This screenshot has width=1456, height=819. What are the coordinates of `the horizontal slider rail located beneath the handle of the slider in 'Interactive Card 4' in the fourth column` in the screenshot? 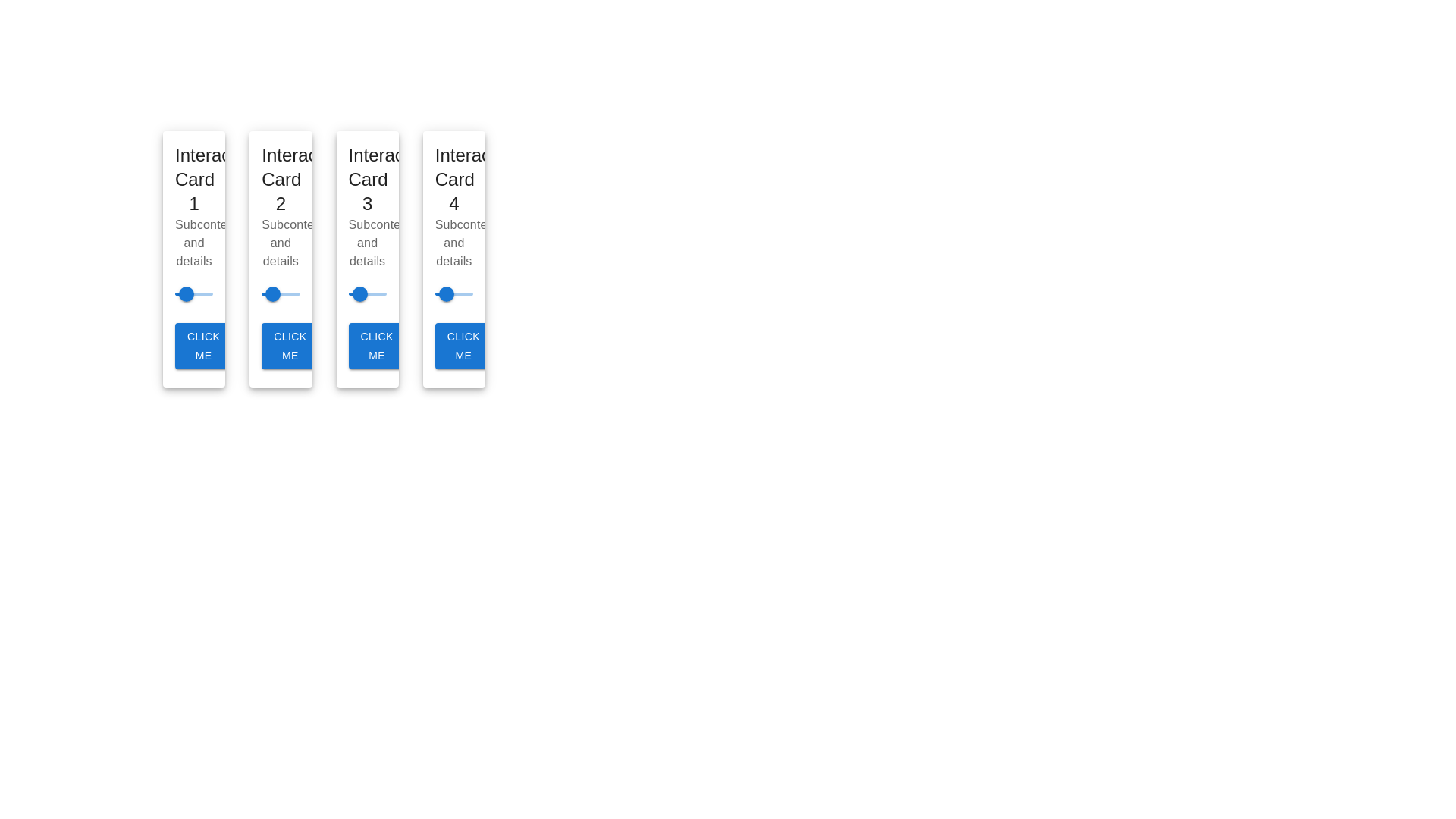 It's located at (453, 294).